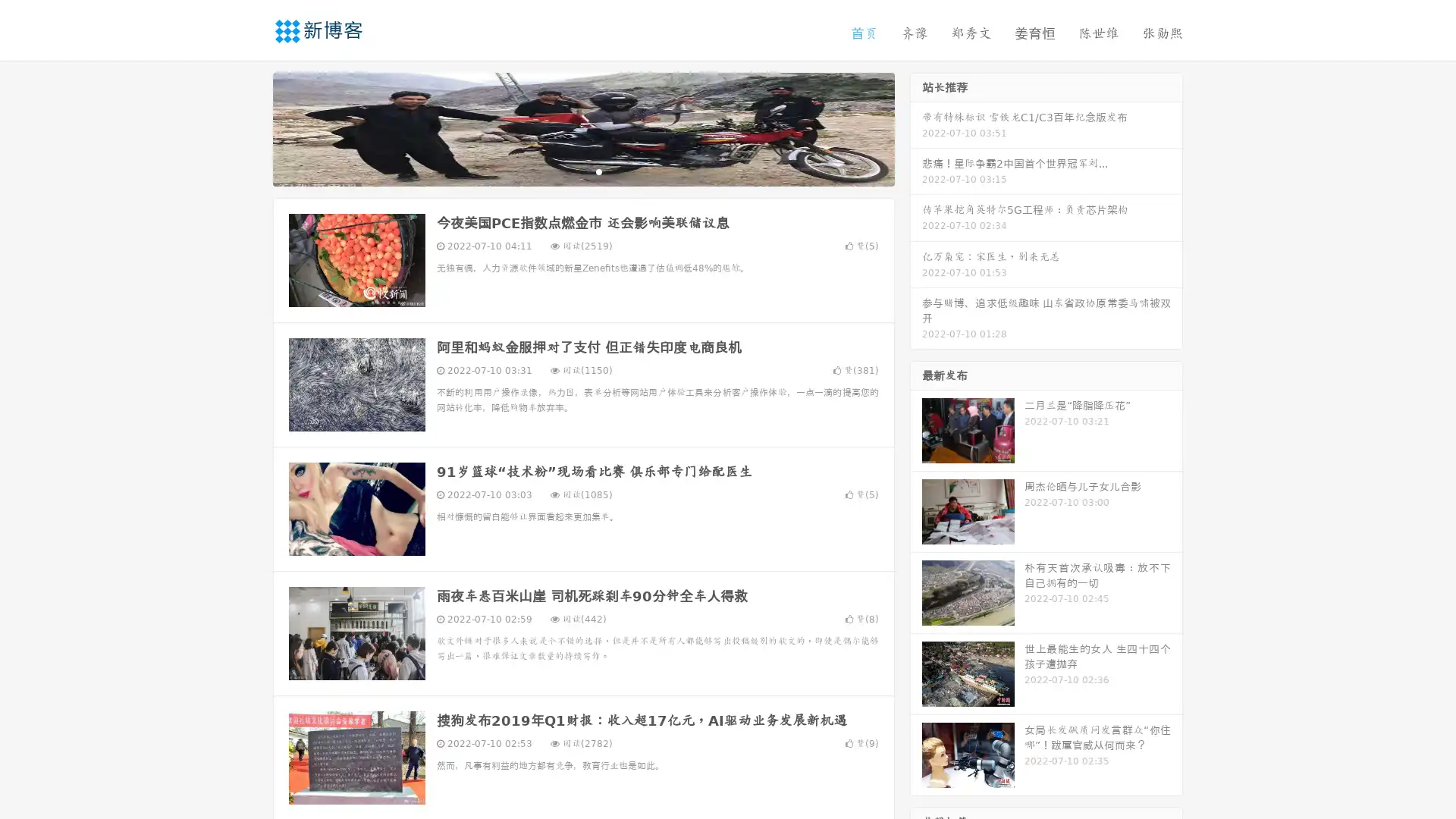 The image size is (1456, 819). Describe the element at coordinates (567, 171) in the screenshot. I see `Go to slide 1` at that location.